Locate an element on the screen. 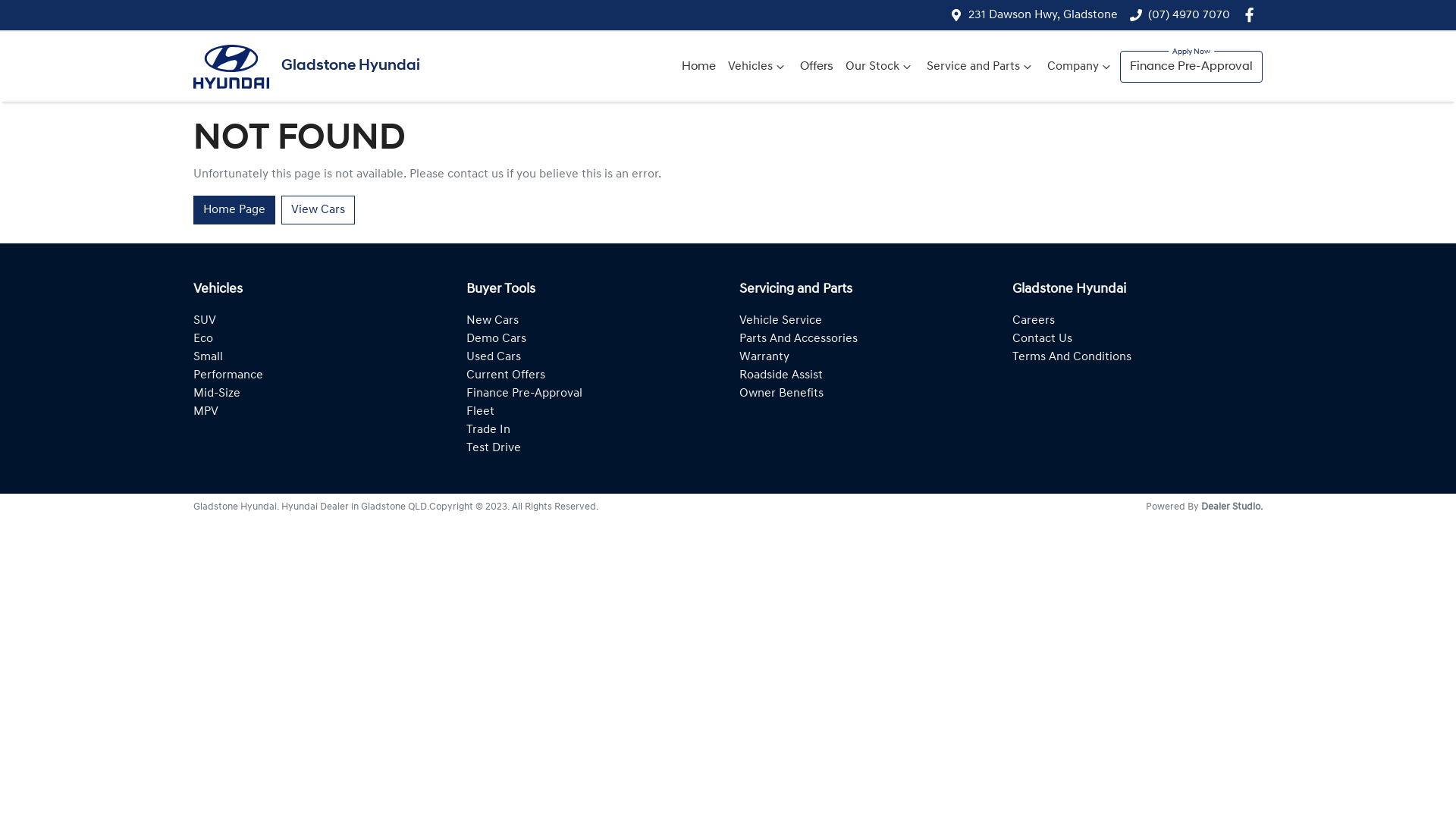 This screenshot has height=819, width=1456. 'Fleet' is located at coordinates (479, 412).